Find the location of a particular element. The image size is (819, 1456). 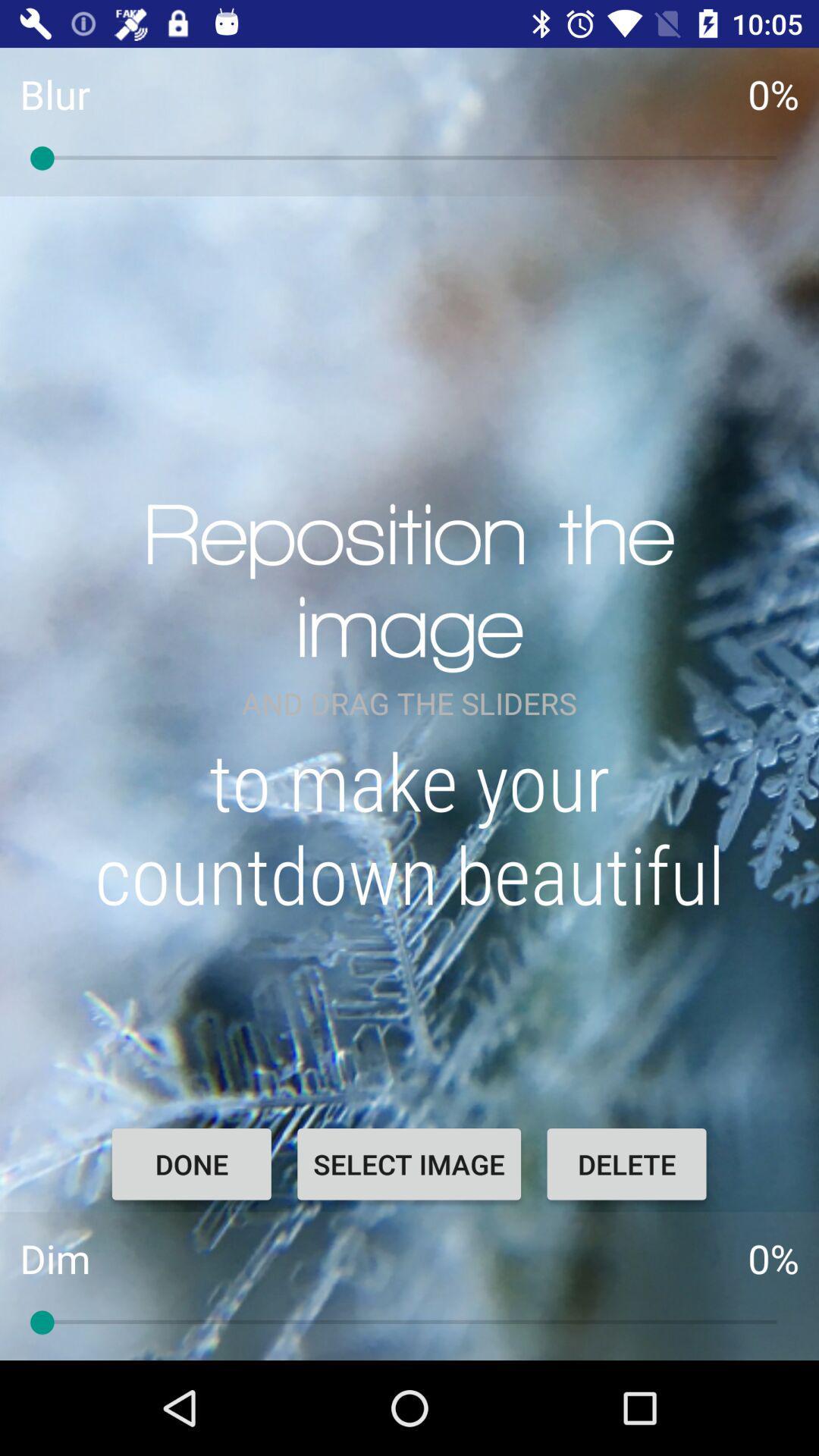

icon to the left of the delete is located at coordinates (408, 1163).